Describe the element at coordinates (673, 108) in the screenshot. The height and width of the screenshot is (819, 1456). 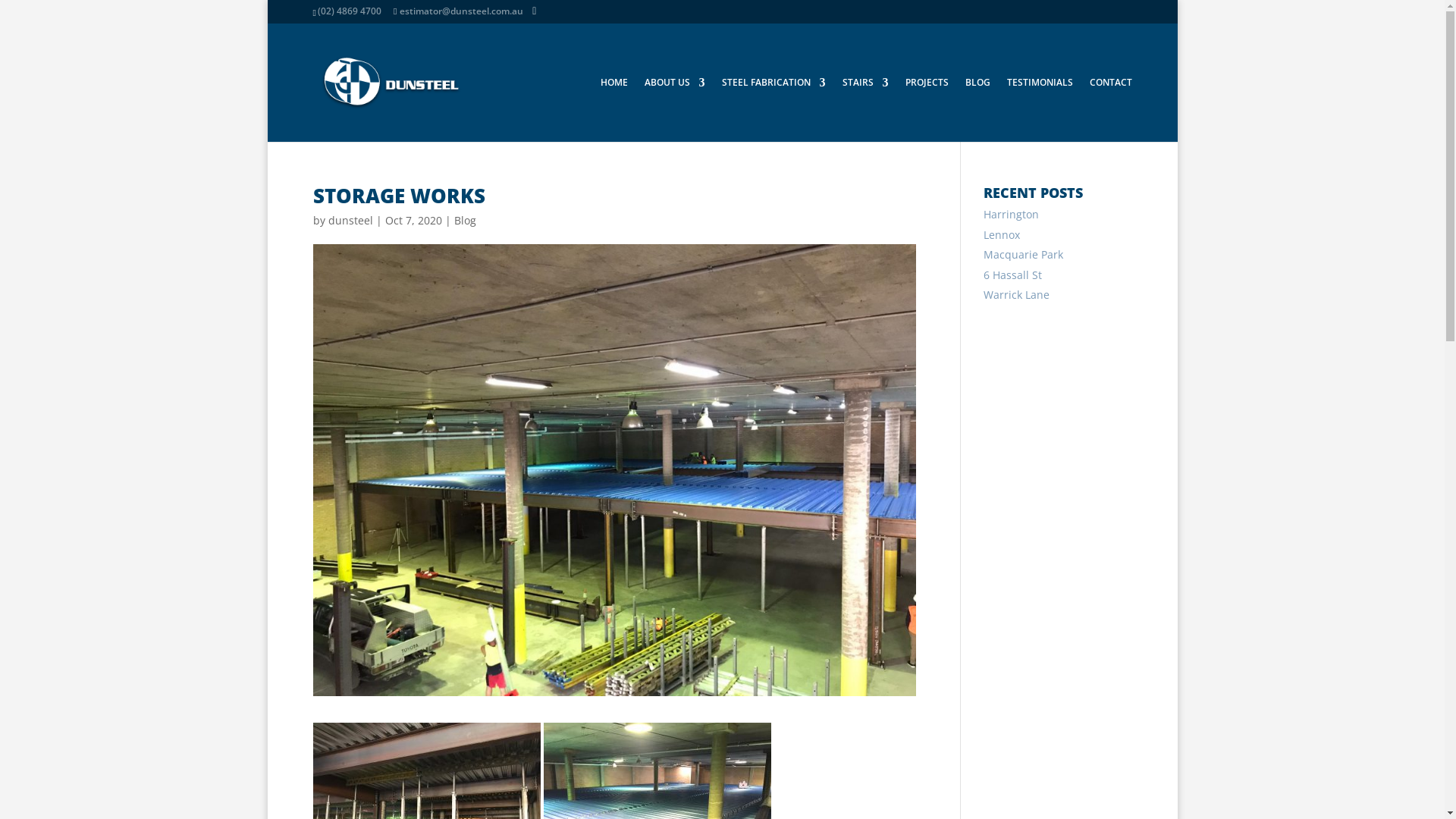
I see `'ABOUT US'` at that location.